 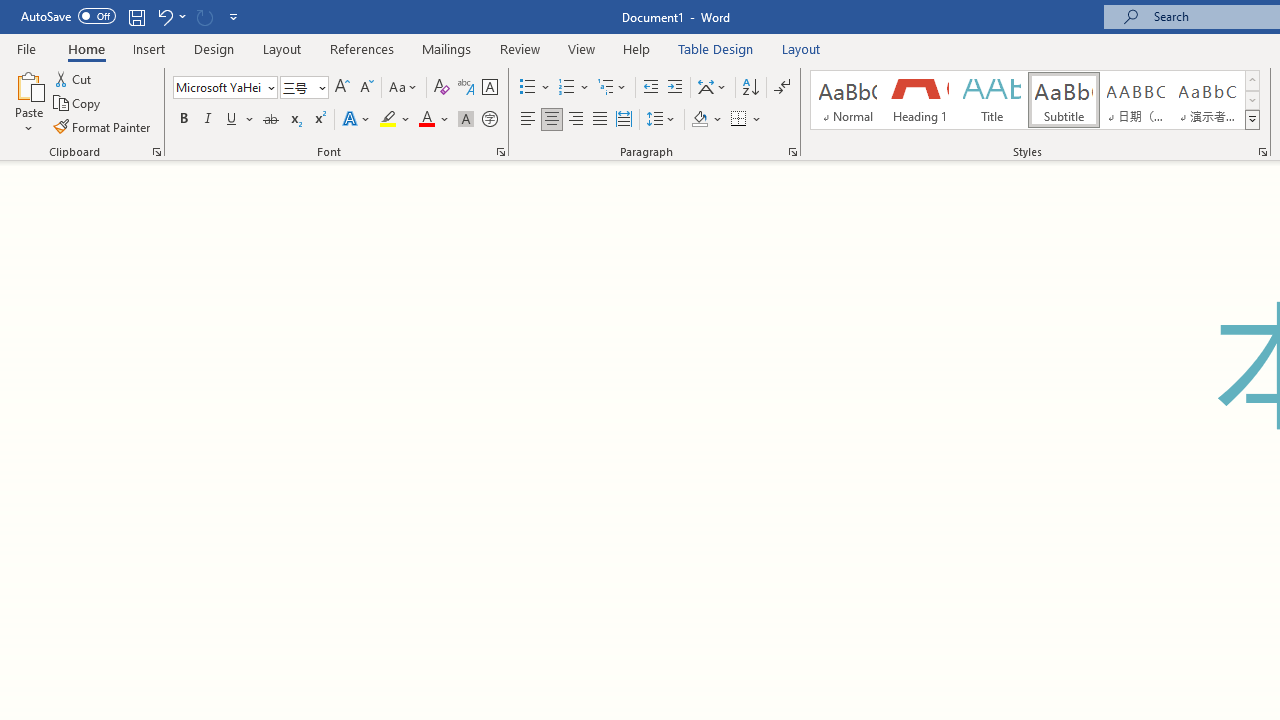 What do you see at coordinates (573, 86) in the screenshot?
I see `'Numbering'` at bounding box center [573, 86].